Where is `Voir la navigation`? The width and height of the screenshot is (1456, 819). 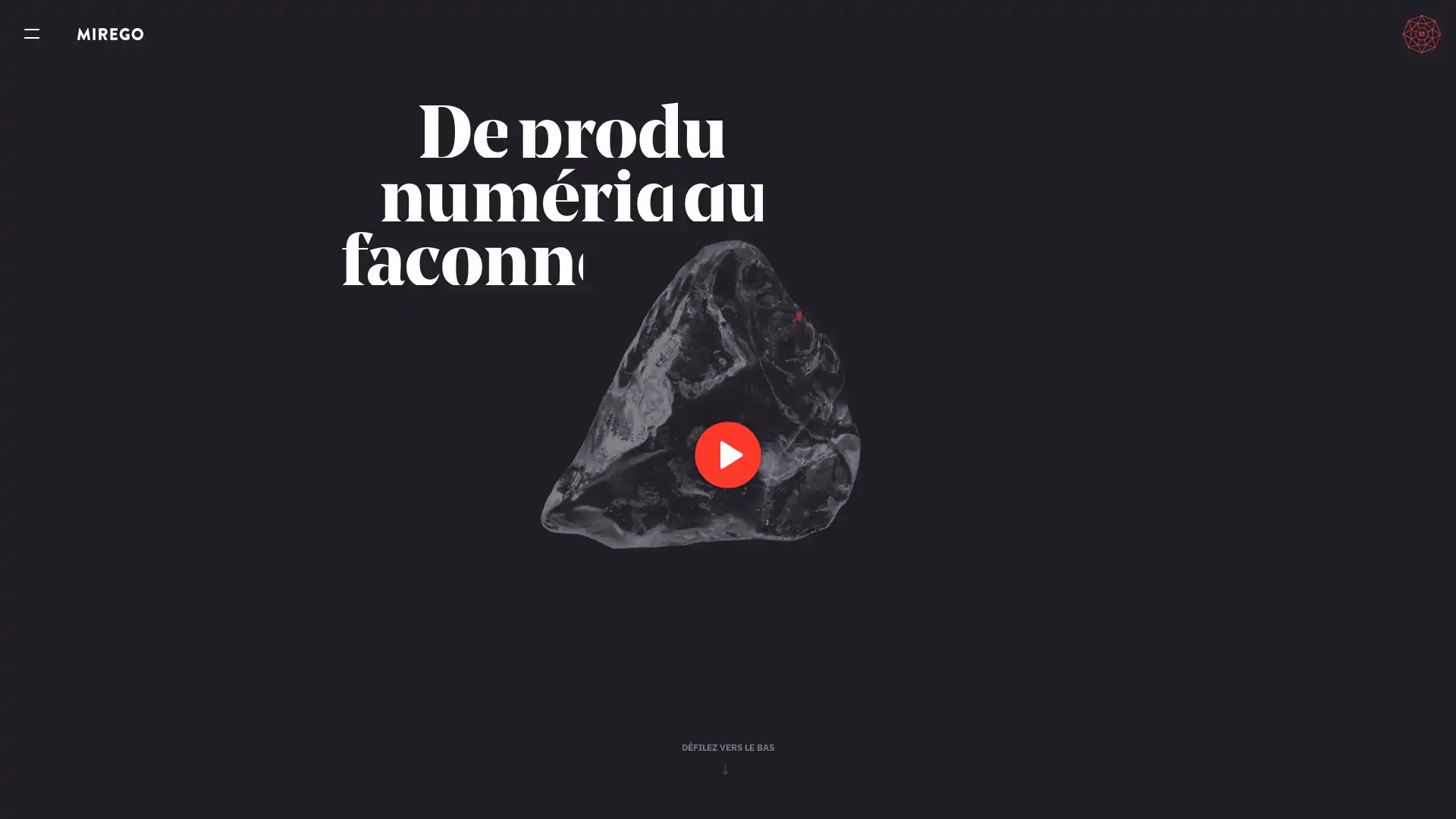
Voir la navigation is located at coordinates (32, 34).